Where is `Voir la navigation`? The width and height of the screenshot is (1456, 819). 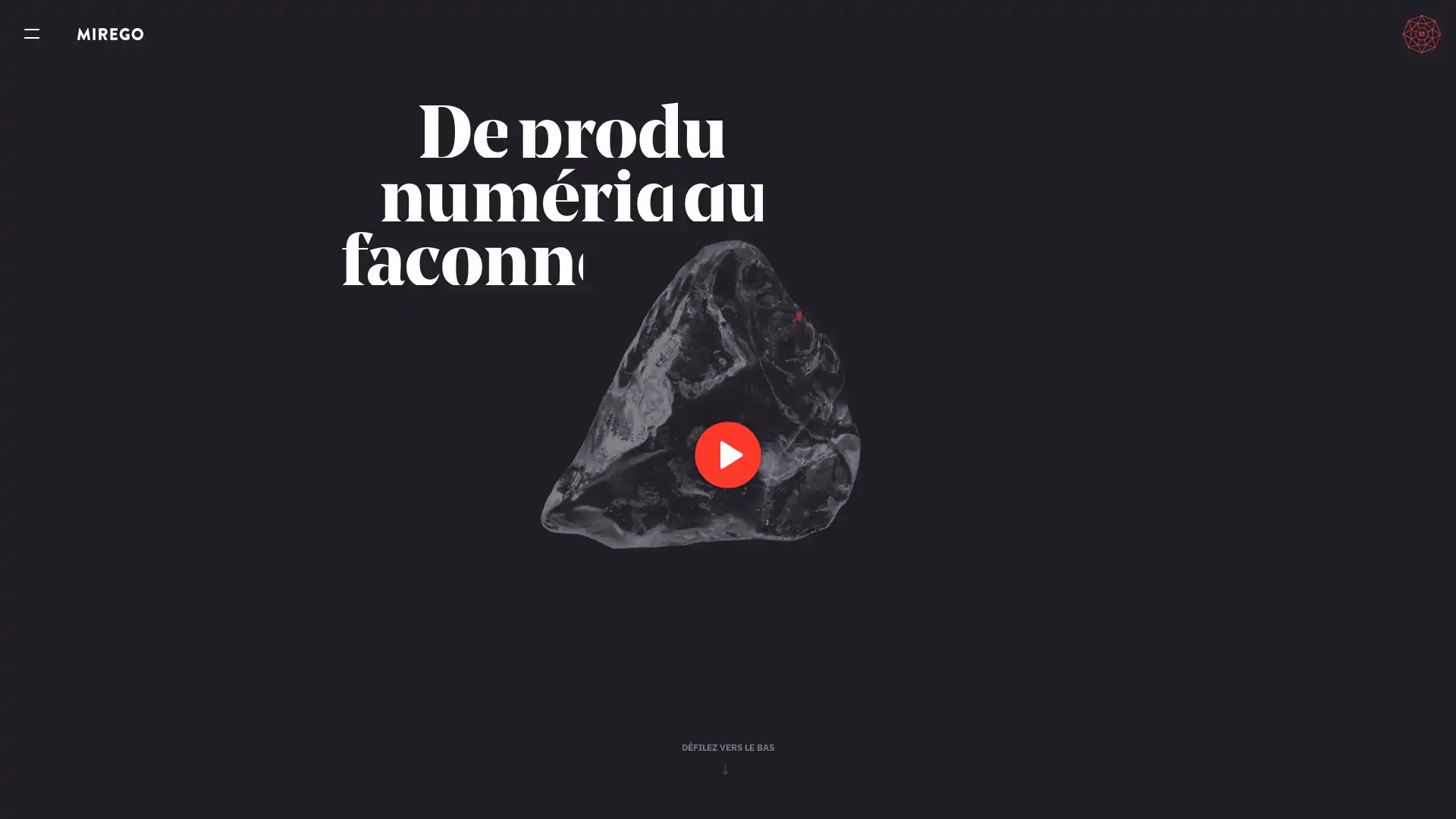
Voir la navigation is located at coordinates (32, 34).